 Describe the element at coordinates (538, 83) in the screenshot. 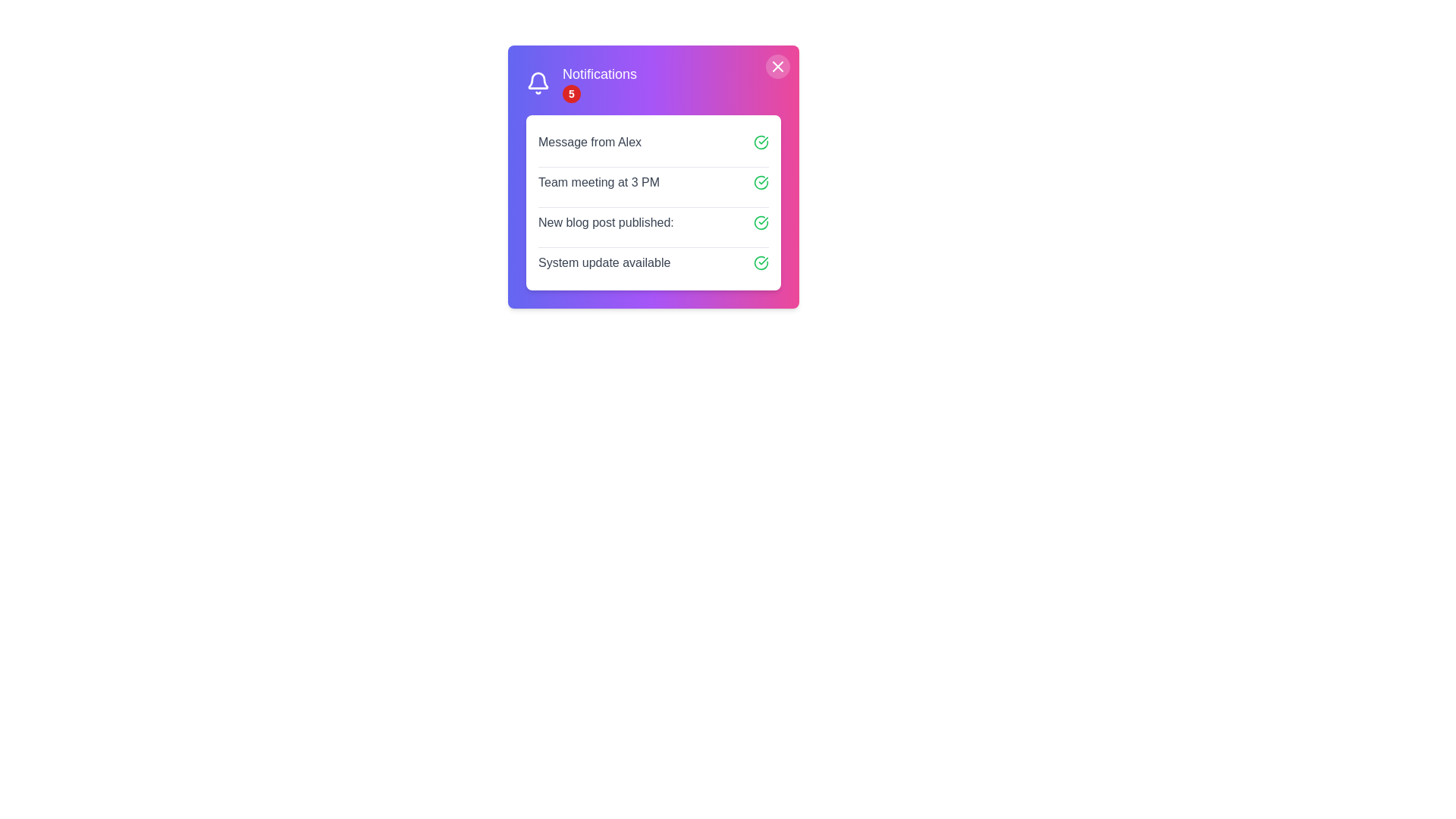

I see `the appearance of the notification bell icon located in the top-left section of the notification panel` at that location.